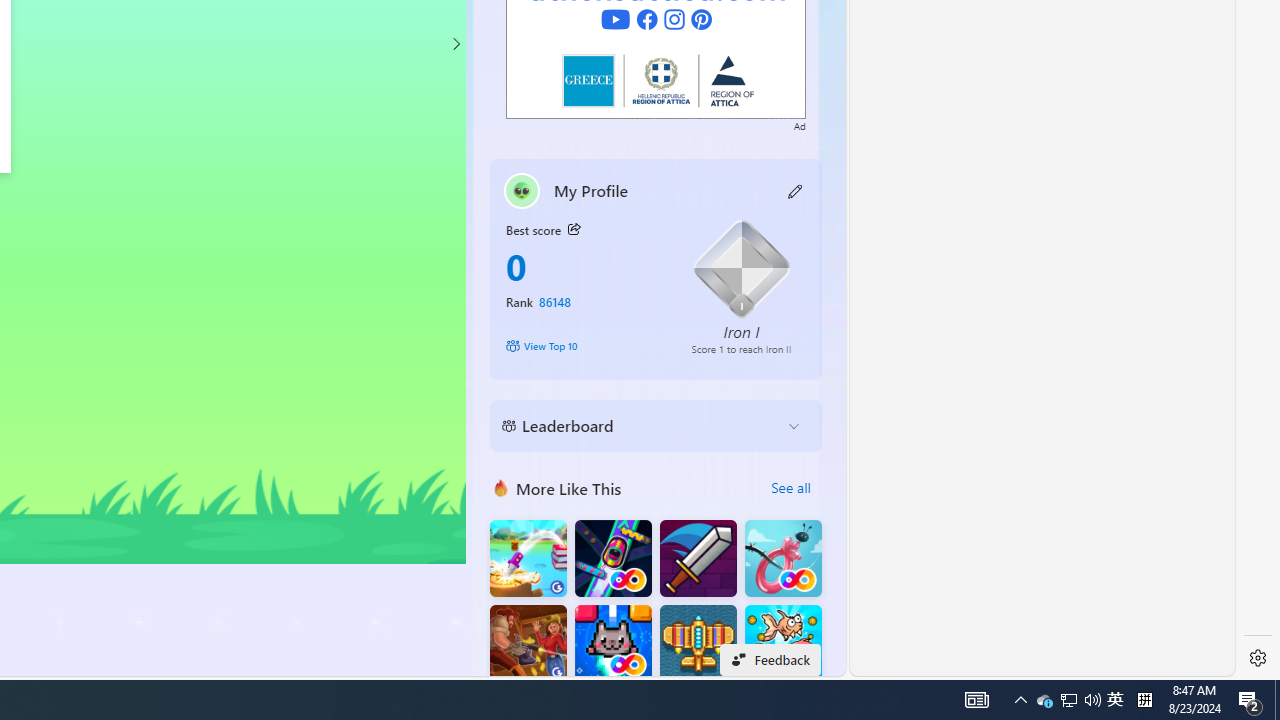 The width and height of the screenshot is (1280, 720). What do you see at coordinates (1092, 698) in the screenshot?
I see `'Q2790: 100%'` at bounding box center [1092, 698].